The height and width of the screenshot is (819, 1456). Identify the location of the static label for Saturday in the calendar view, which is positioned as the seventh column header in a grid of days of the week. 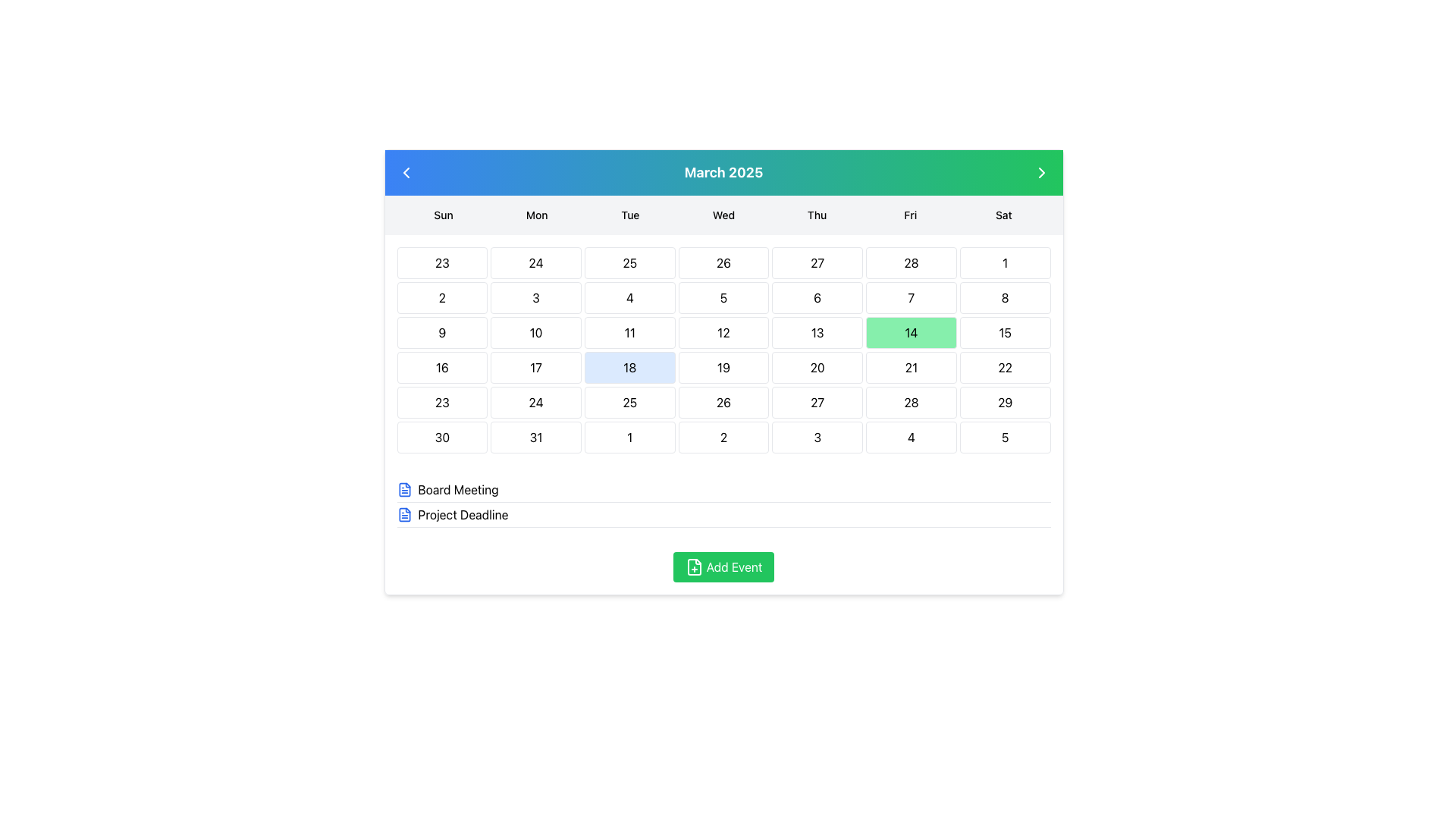
(1003, 215).